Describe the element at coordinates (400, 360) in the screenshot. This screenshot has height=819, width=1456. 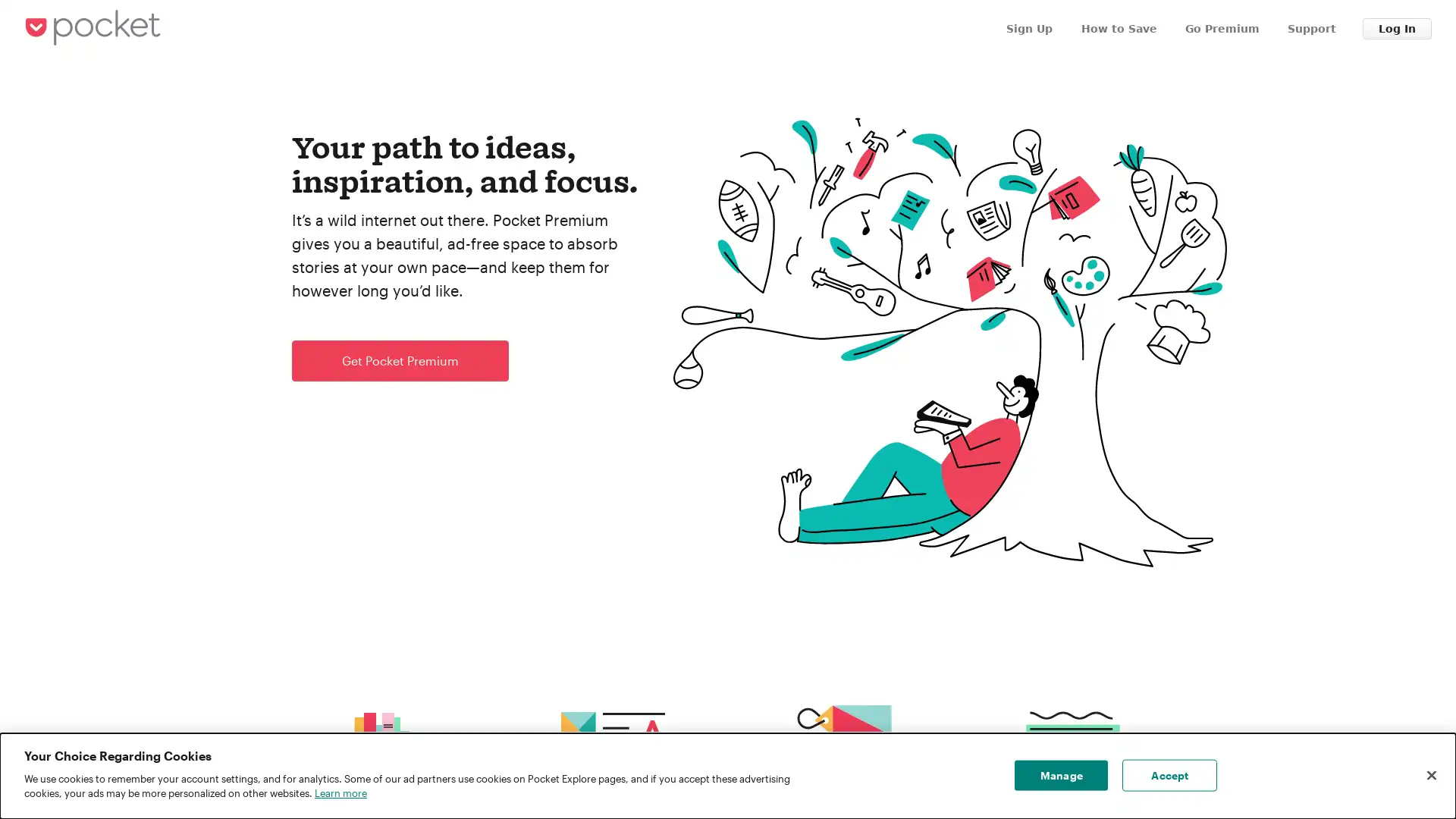
I see `Get Pocket Premium` at that location.